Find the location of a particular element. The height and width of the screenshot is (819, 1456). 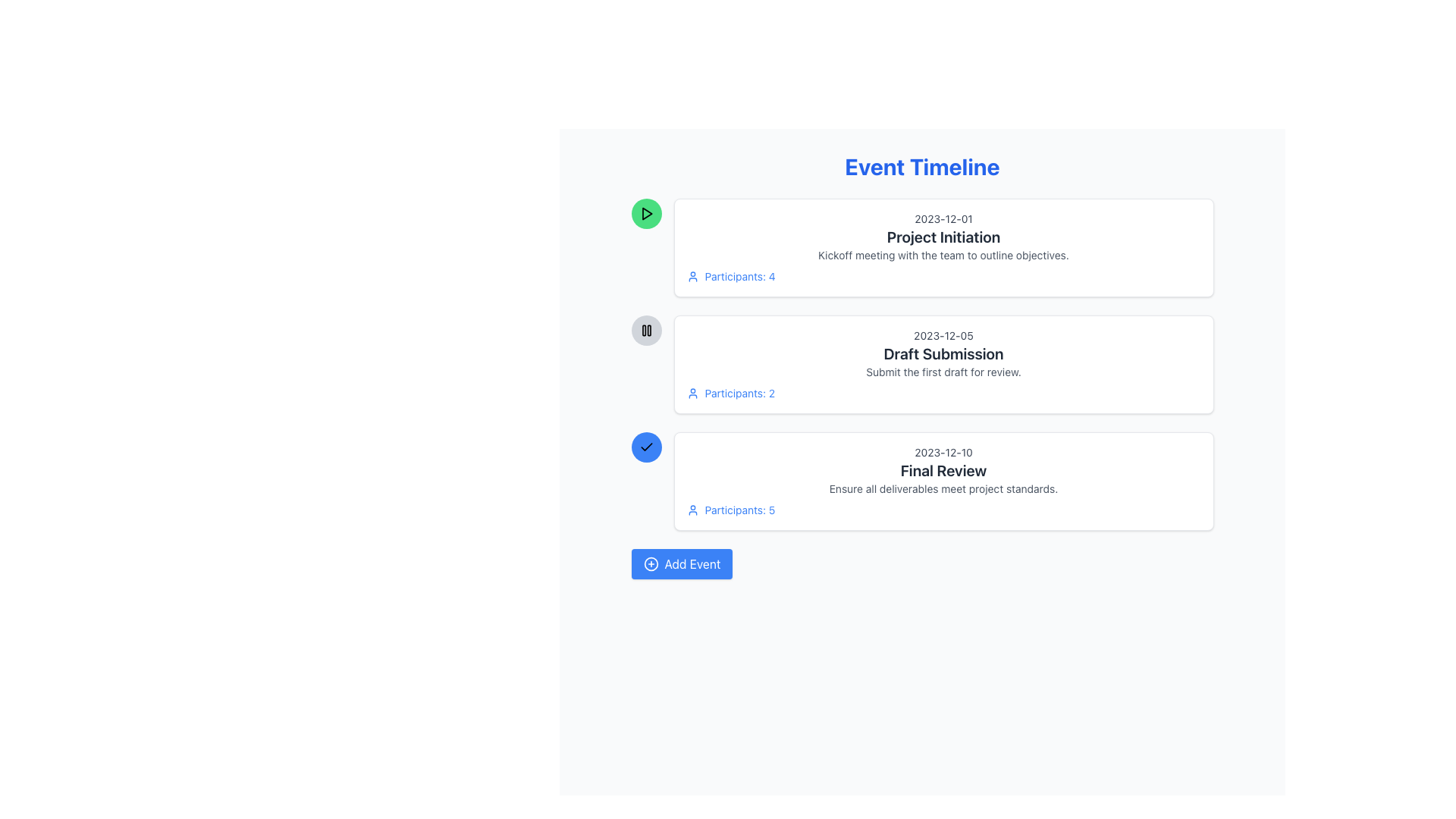

the circular button with a blue background and white checkmark icon located in the 'Final Review' section, which is the third element in the list of status indicators is located at coordinates (646, 447).